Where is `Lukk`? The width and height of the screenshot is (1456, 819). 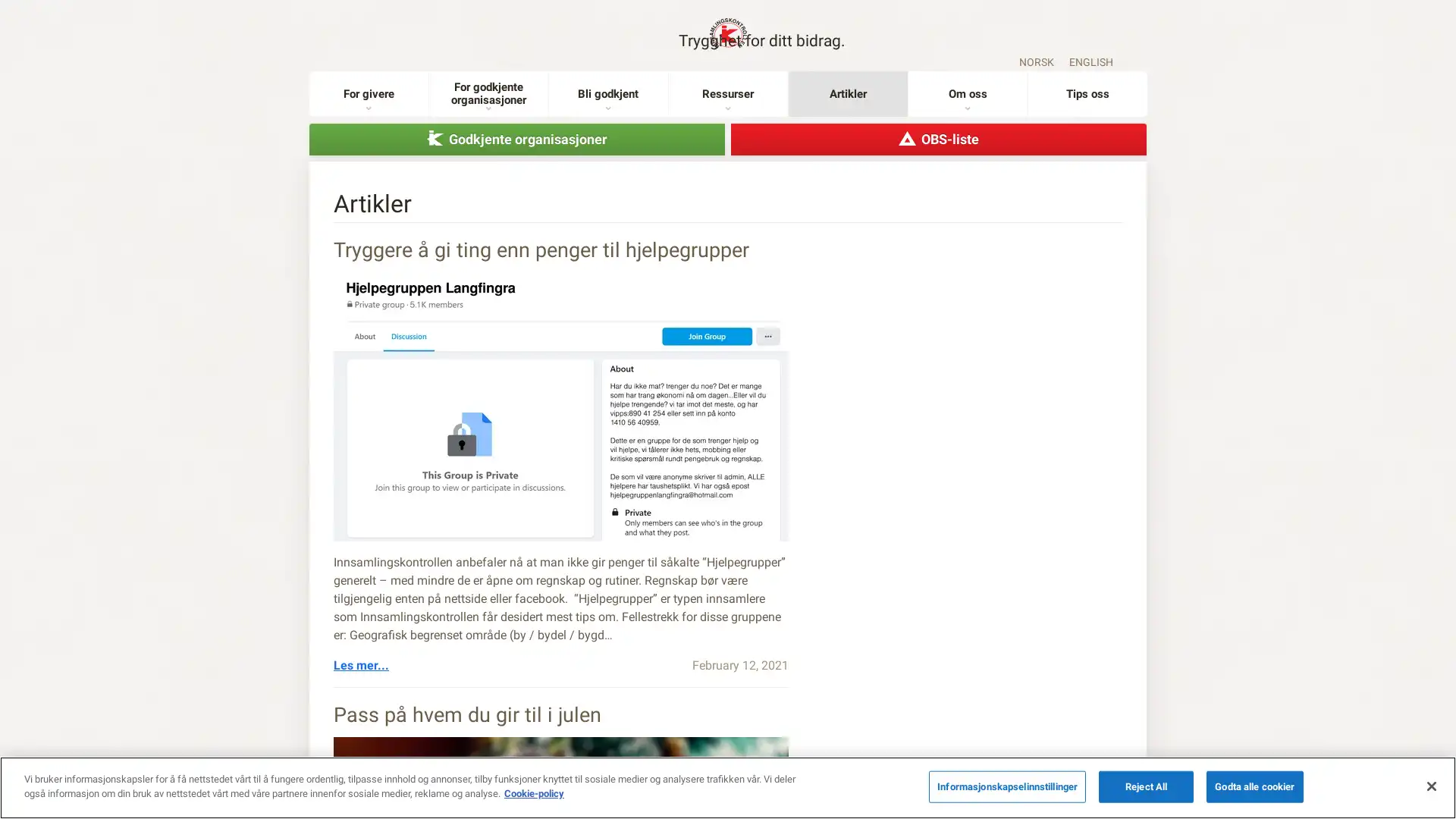
Lukk is located at coordinates (1430, 785).